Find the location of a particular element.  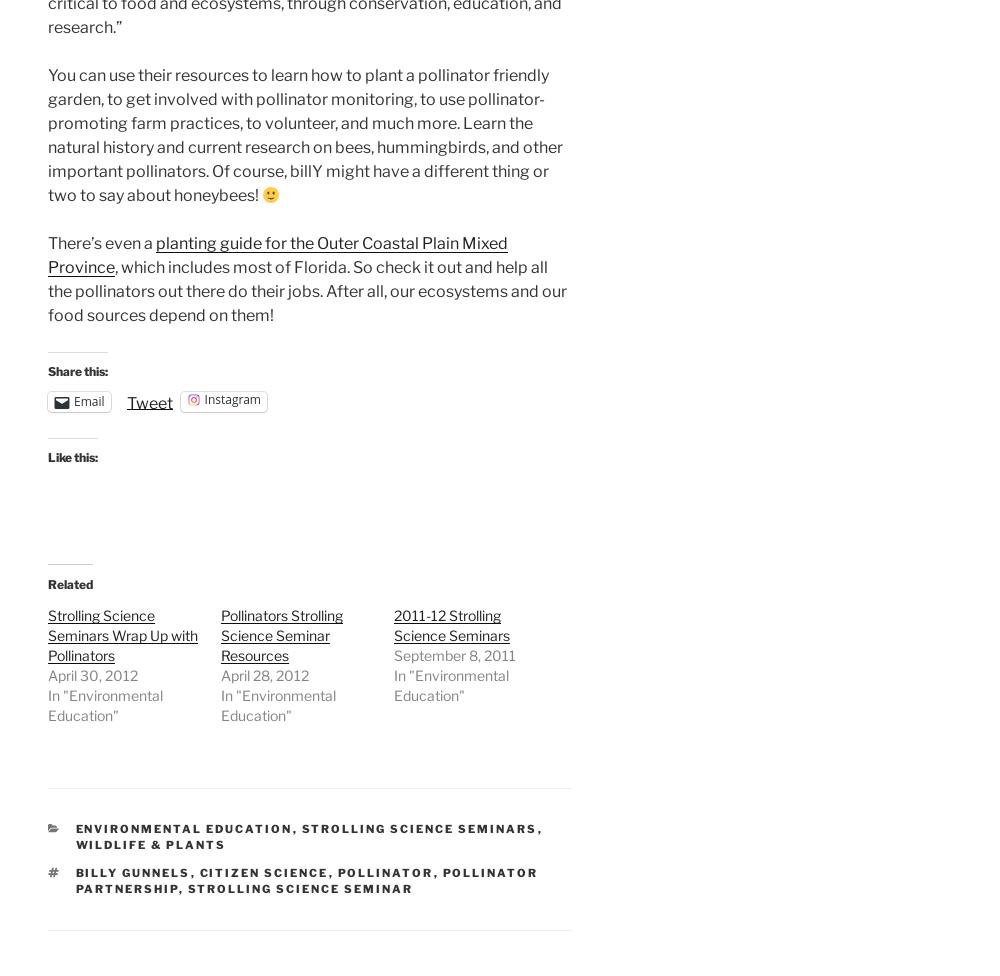

'Instagram' is located at coordinates (231, 397).